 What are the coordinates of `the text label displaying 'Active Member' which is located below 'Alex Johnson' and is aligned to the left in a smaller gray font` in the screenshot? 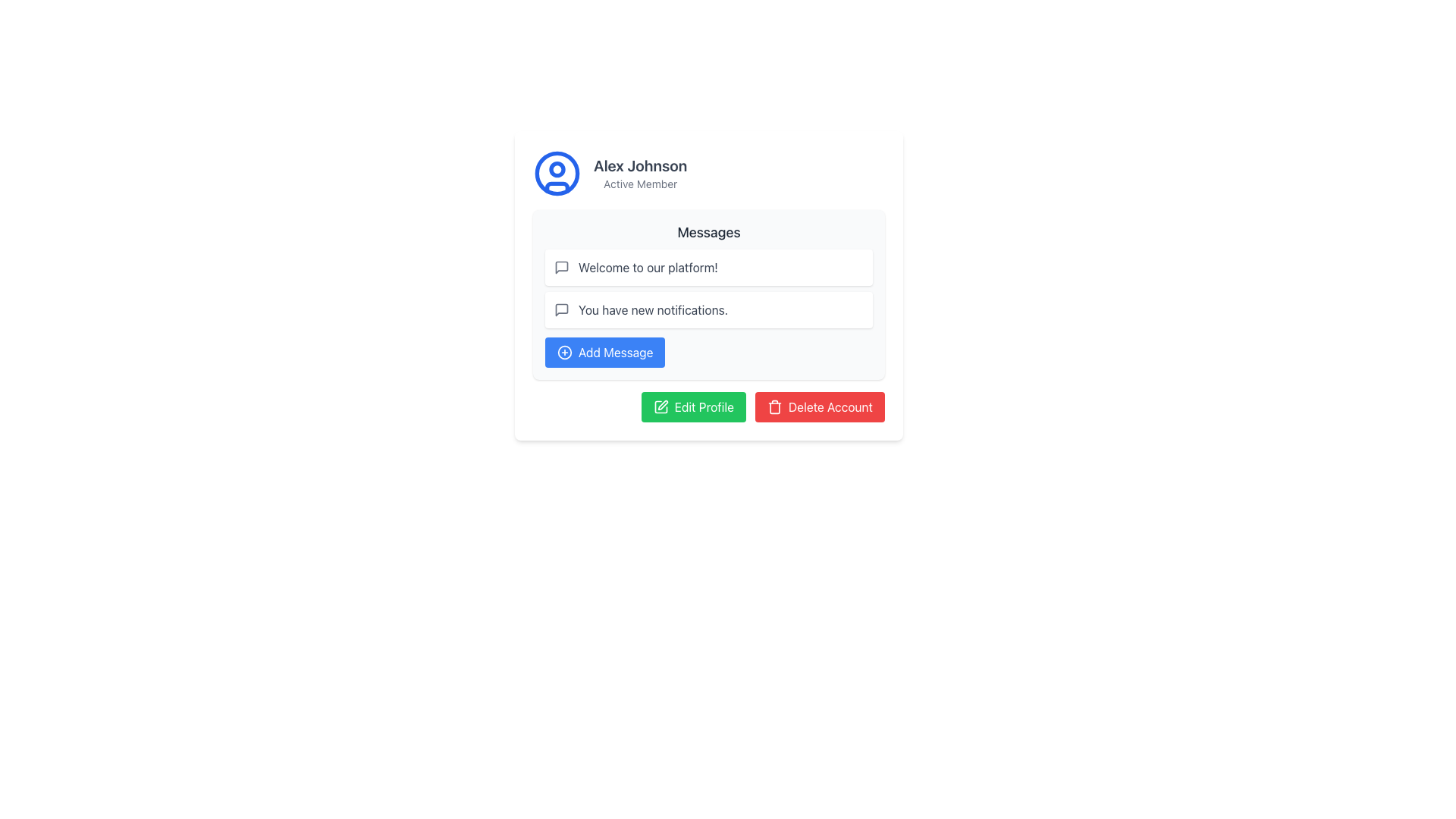 It's located at (640, 184).